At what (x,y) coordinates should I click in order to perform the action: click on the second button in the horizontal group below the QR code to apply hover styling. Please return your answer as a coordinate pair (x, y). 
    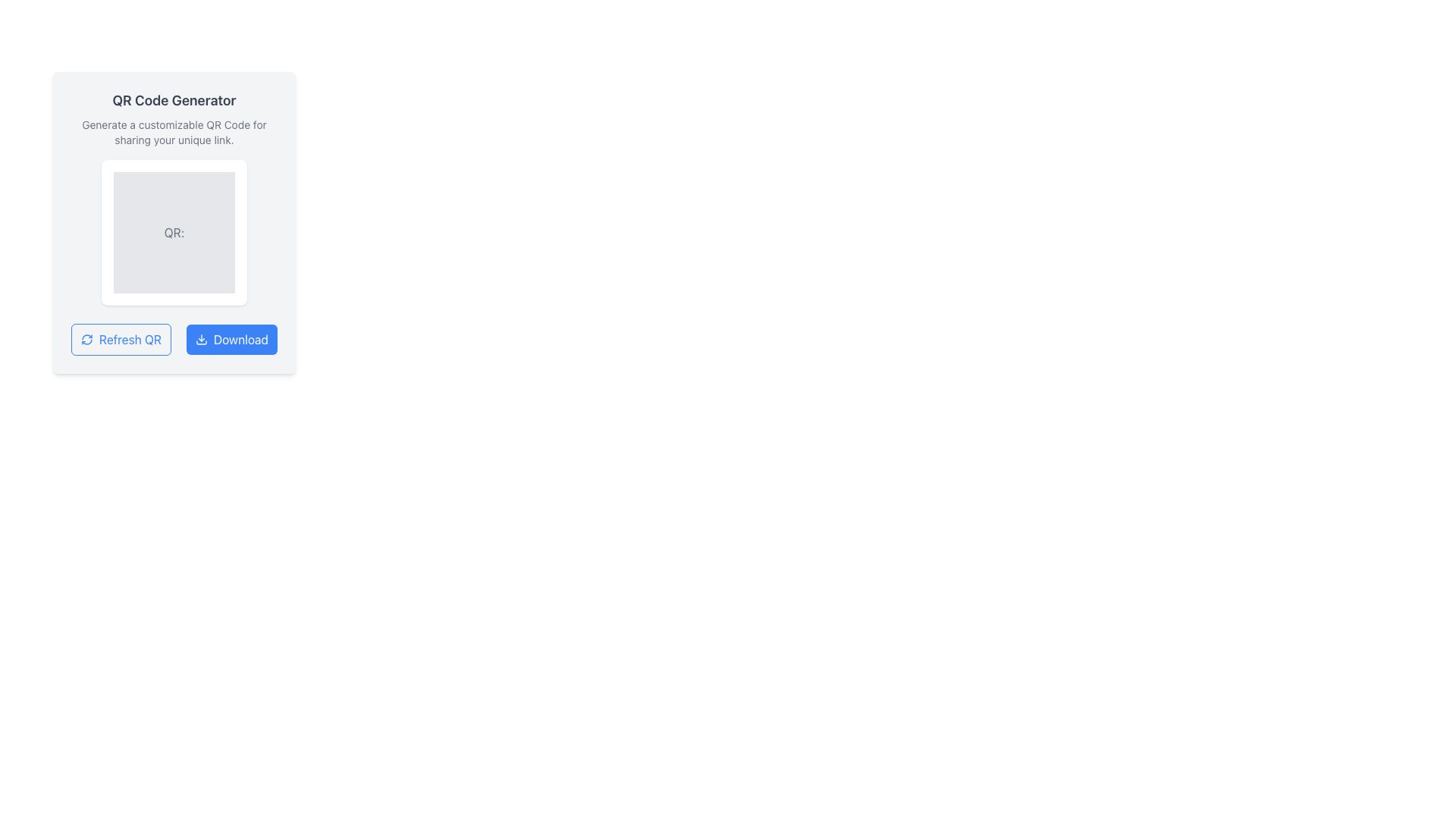
    Looking at the image, I should click on (231, 338).